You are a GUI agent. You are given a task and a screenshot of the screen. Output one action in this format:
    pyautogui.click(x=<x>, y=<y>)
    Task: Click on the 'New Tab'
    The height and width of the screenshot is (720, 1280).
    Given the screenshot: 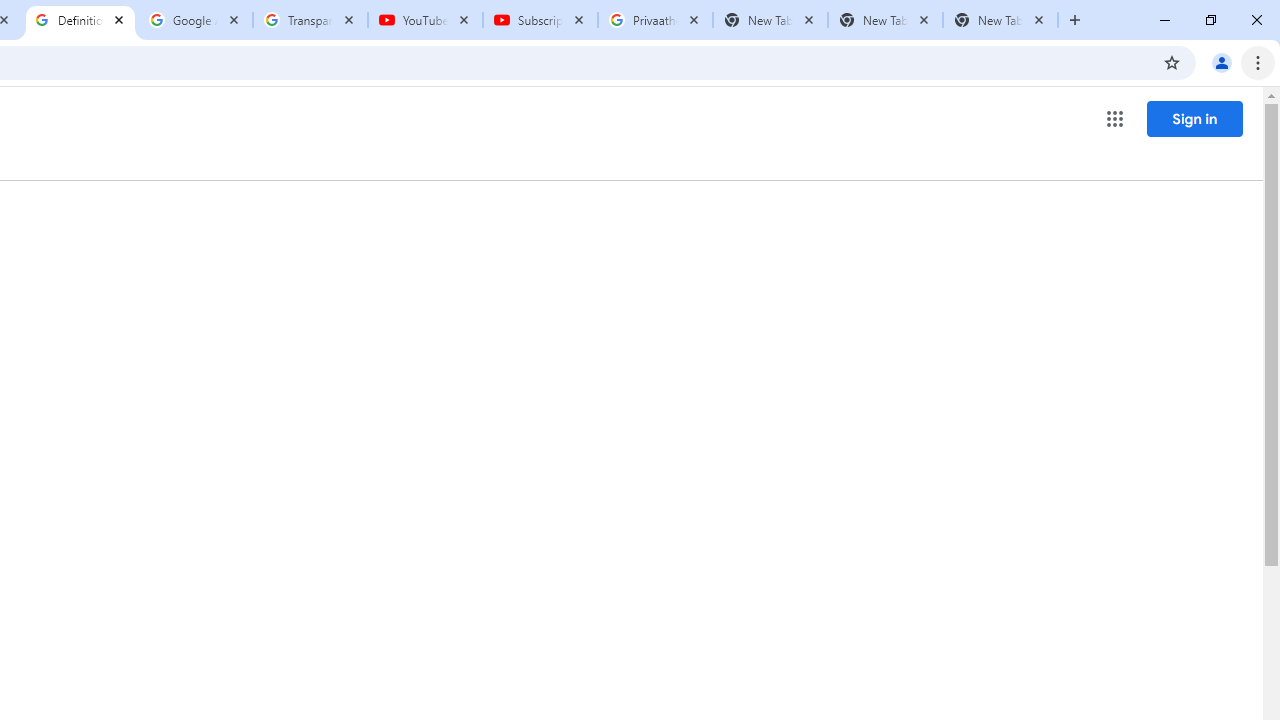 What is the action you would take?
    pyautogui.click(x=1000, y=20)
    